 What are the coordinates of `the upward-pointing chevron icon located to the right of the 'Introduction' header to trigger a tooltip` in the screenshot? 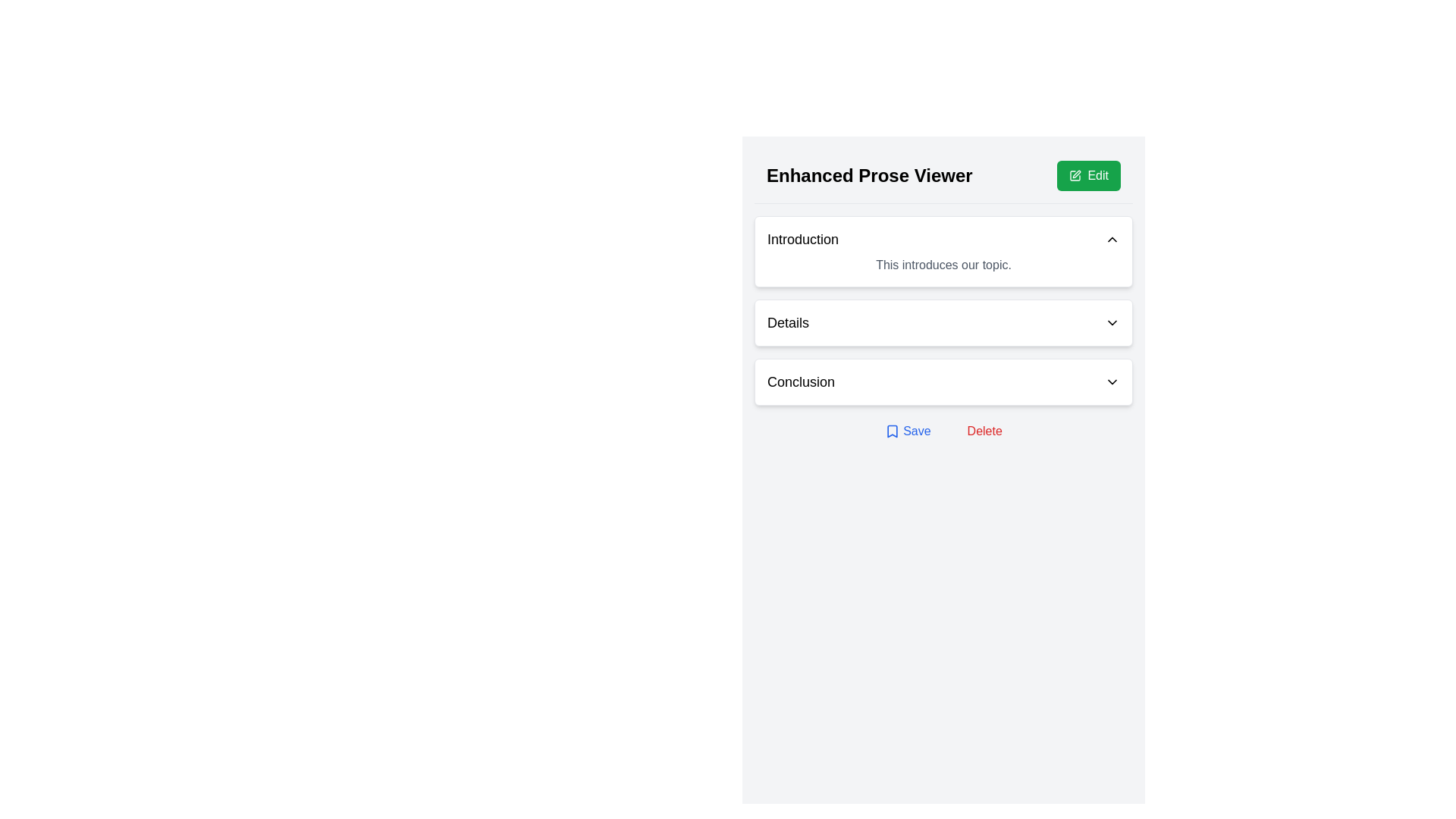 It's located at (1112, 239).